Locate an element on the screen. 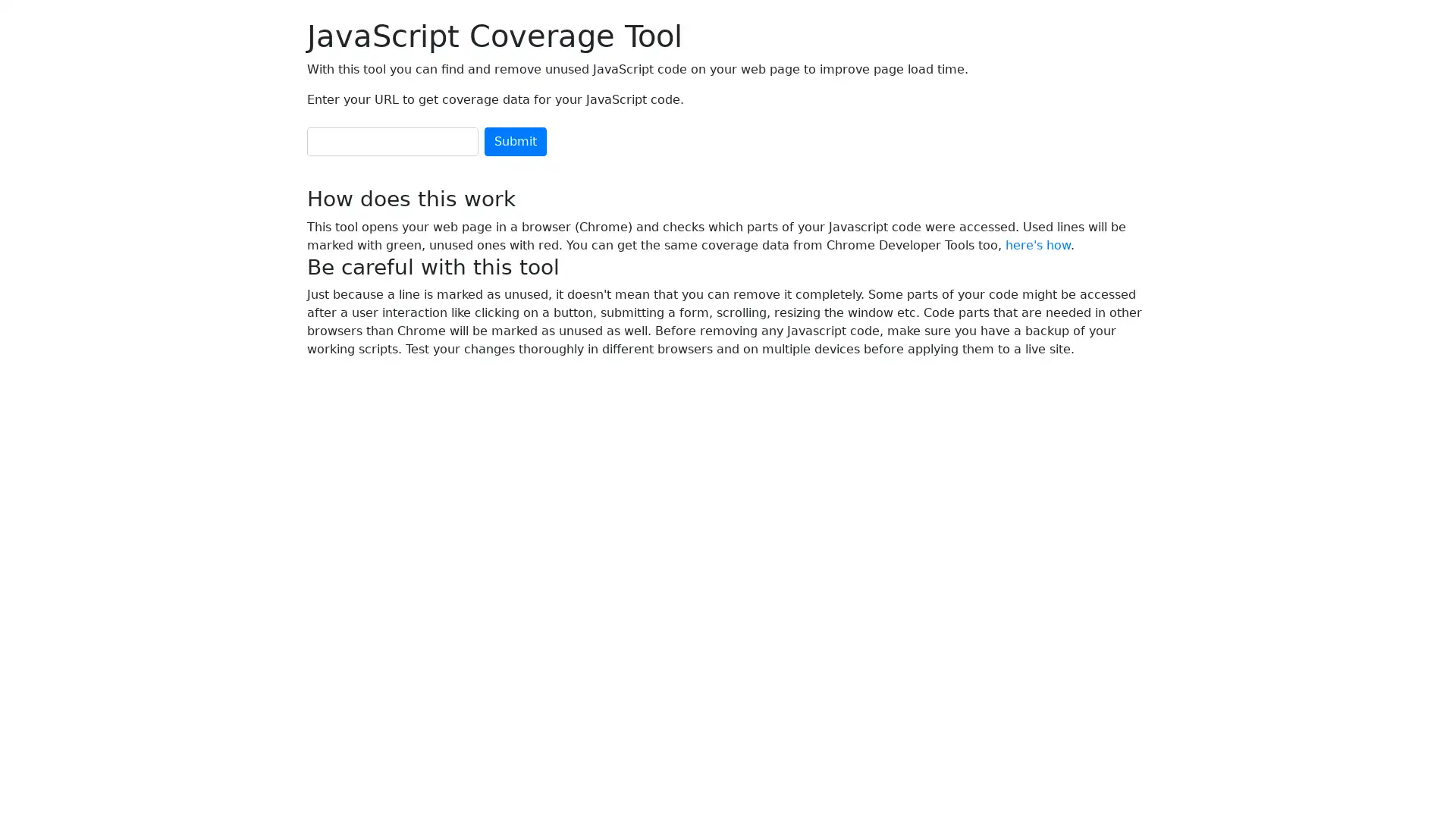  Submit is located at coordinates (516, 141).